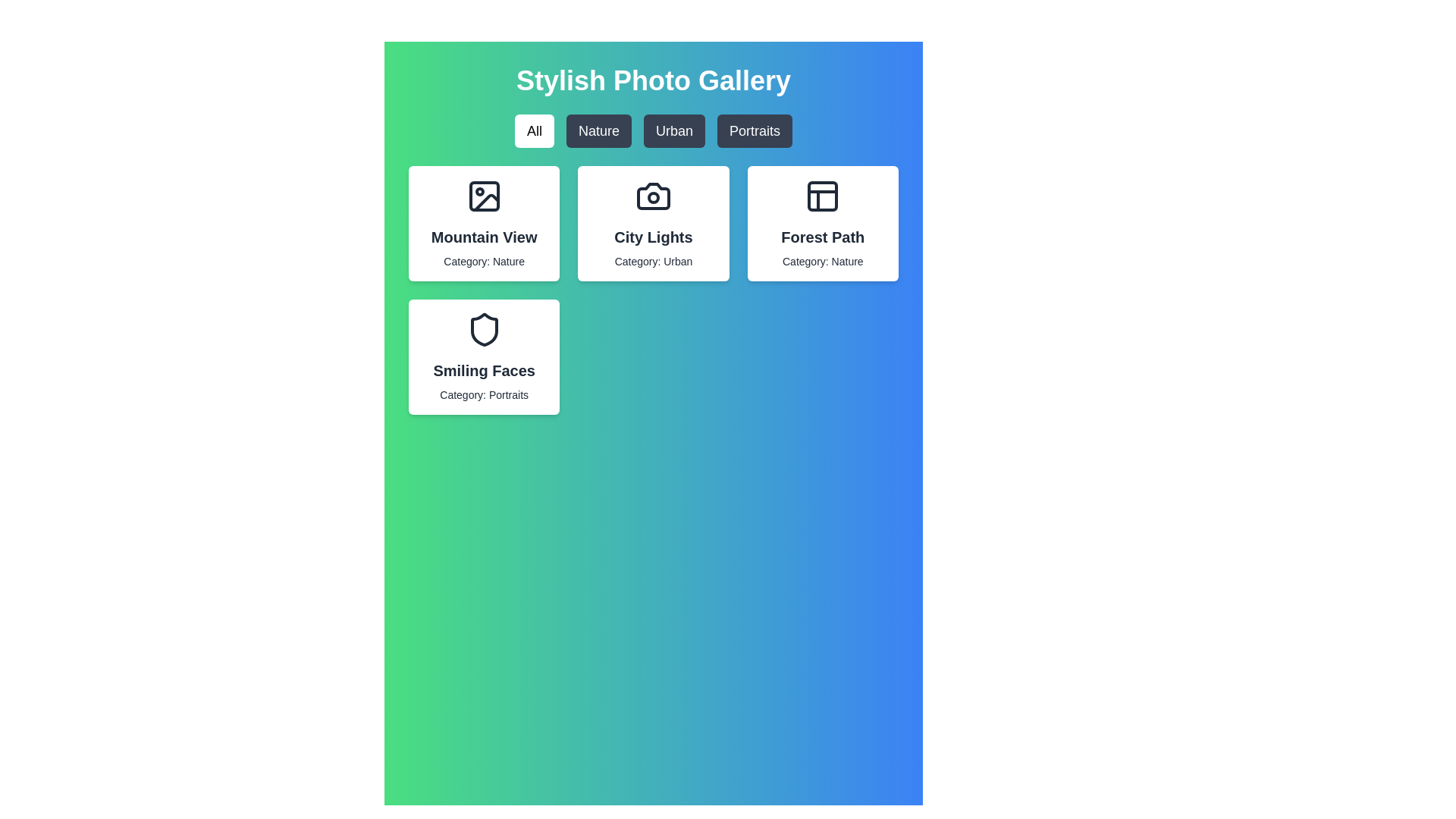 This screenshot has height=819, width=1456. Describe the element at coordinates (598, 130) in the screenshot. I see `the 'Nature' button, which is a rectangular button with white text on a dark gray background` at that location.